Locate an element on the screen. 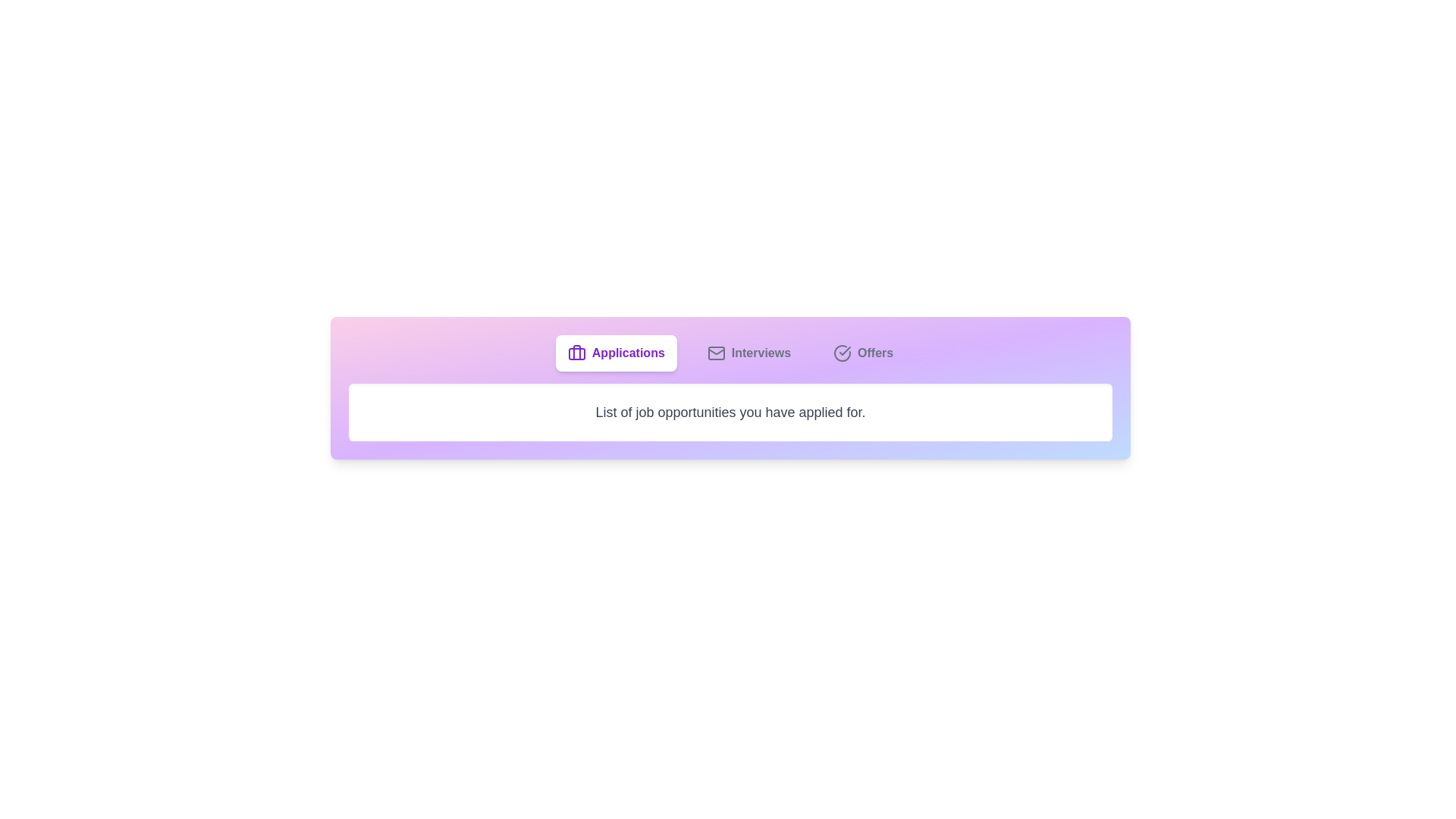 The image size is (1456, 819). the Offers tab to observe its hover effect is located at coordinates (862, 353).